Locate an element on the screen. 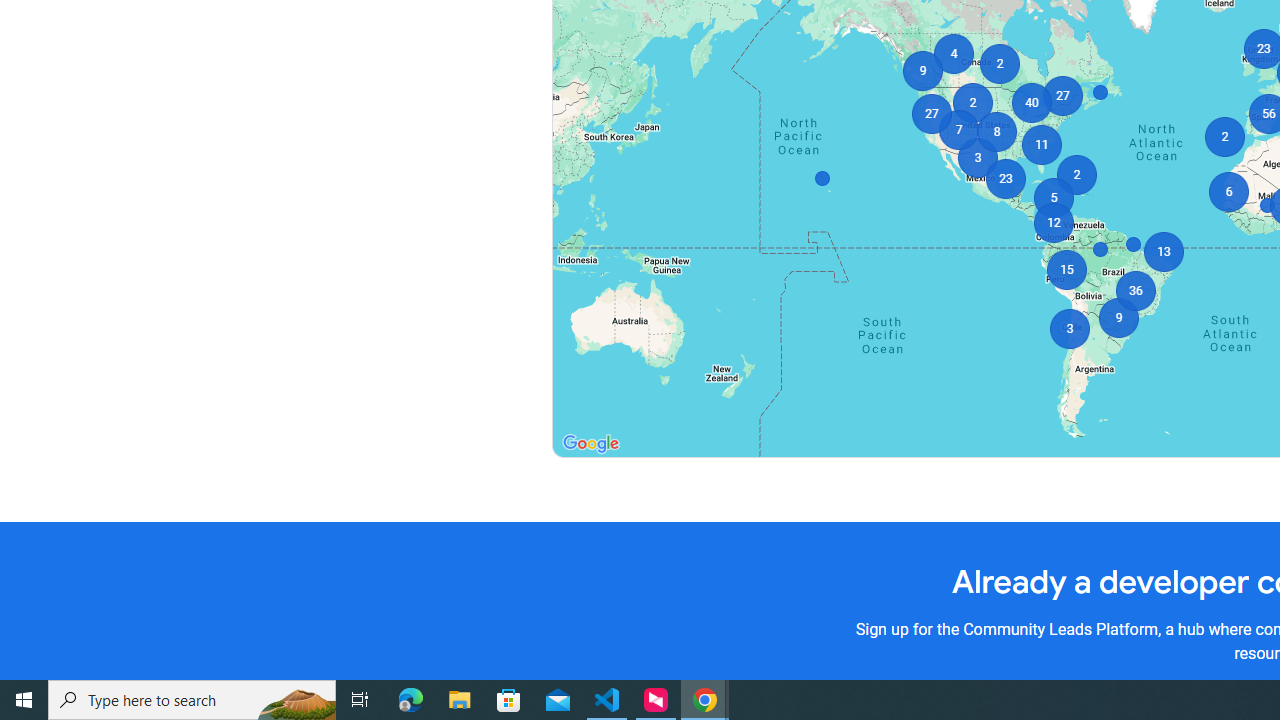 Image resolution: width=1280 pixels, height=720 pixels. '7' is located at coordinates (957, 129).